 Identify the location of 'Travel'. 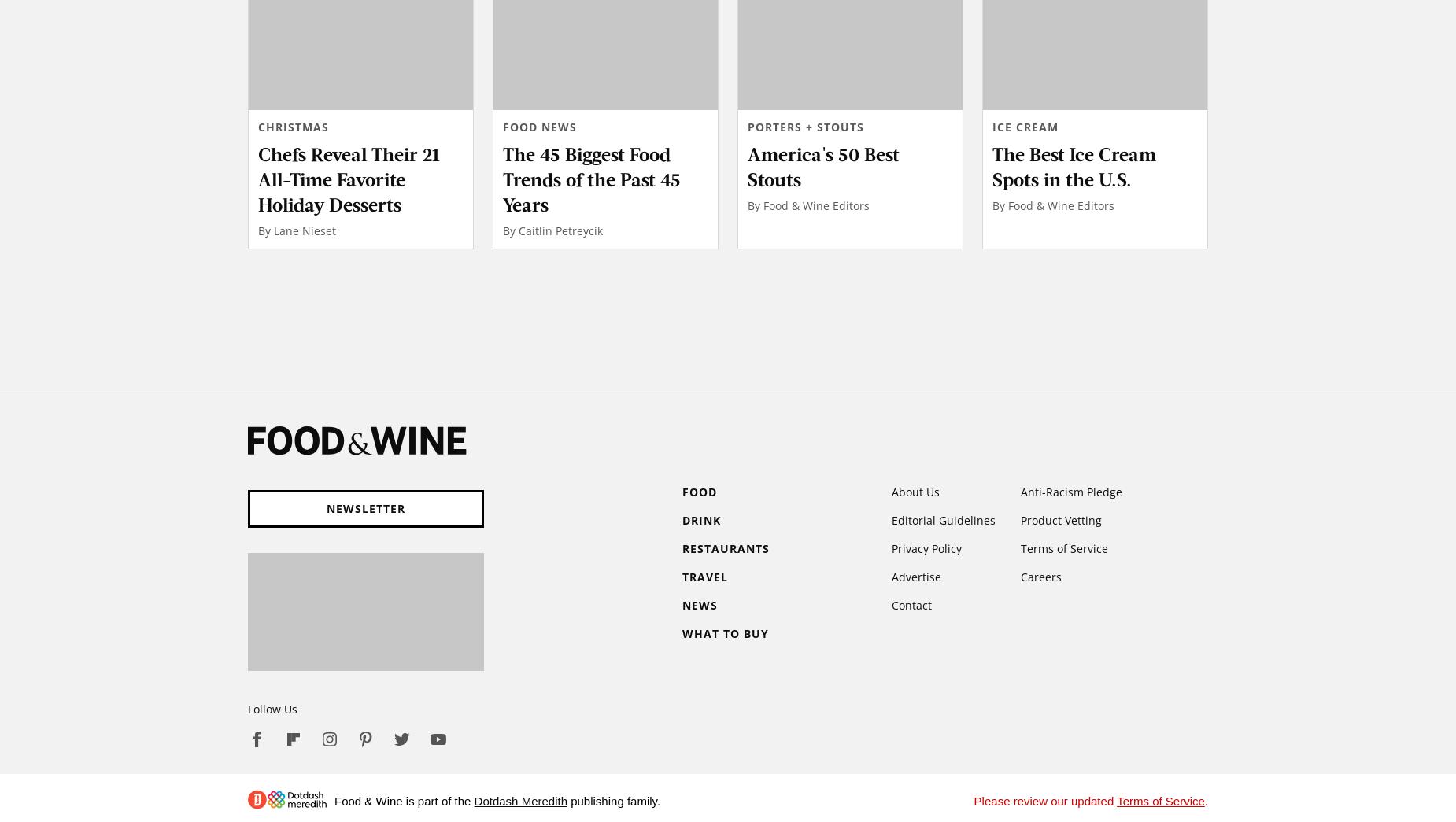
(704, 575).